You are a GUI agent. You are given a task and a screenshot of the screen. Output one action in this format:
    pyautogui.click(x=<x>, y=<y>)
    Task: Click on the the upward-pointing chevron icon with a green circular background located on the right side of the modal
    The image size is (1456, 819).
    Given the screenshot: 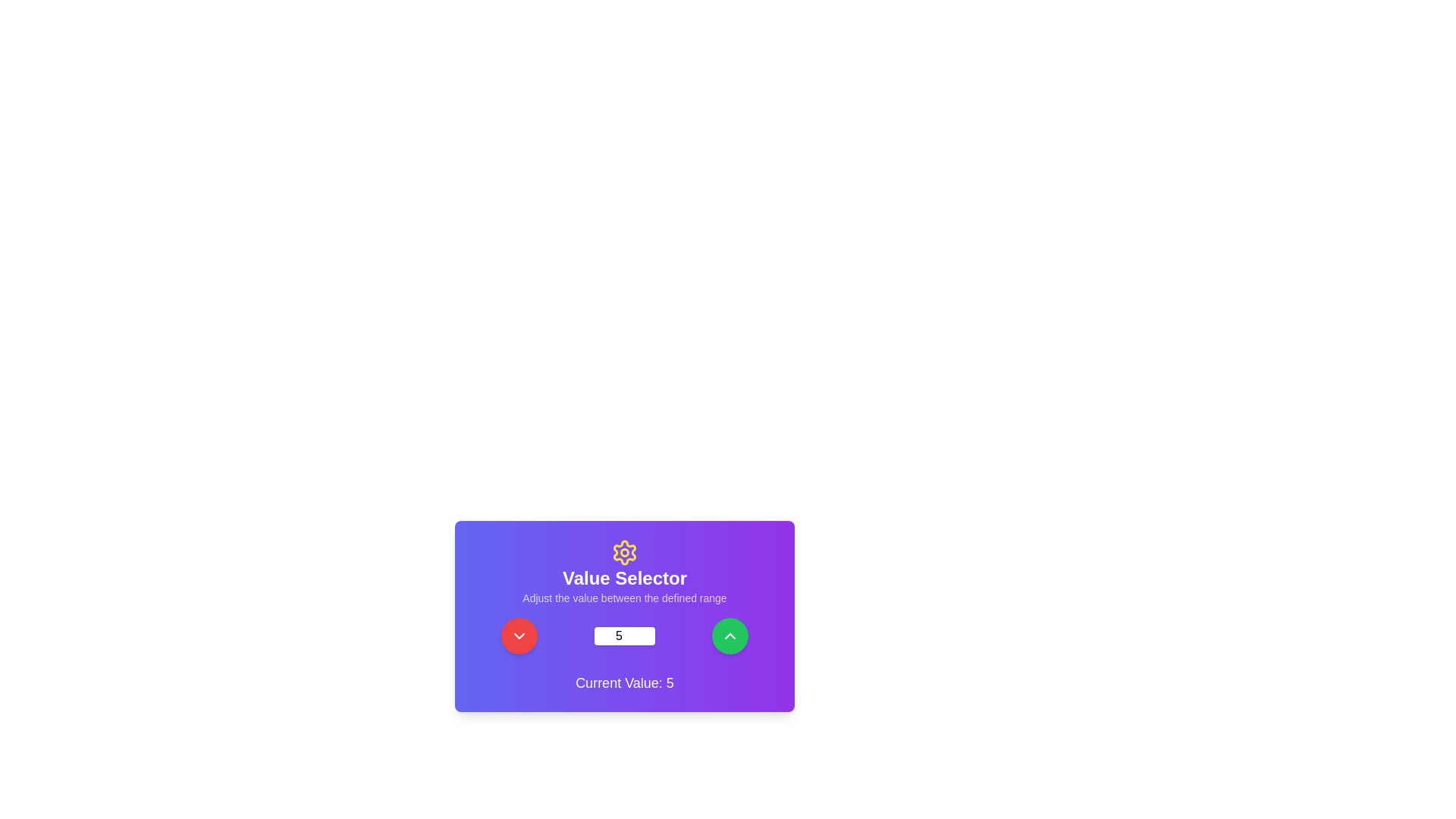 What is the action you would take?
    pyautogui.click(x=730, y=636)
    